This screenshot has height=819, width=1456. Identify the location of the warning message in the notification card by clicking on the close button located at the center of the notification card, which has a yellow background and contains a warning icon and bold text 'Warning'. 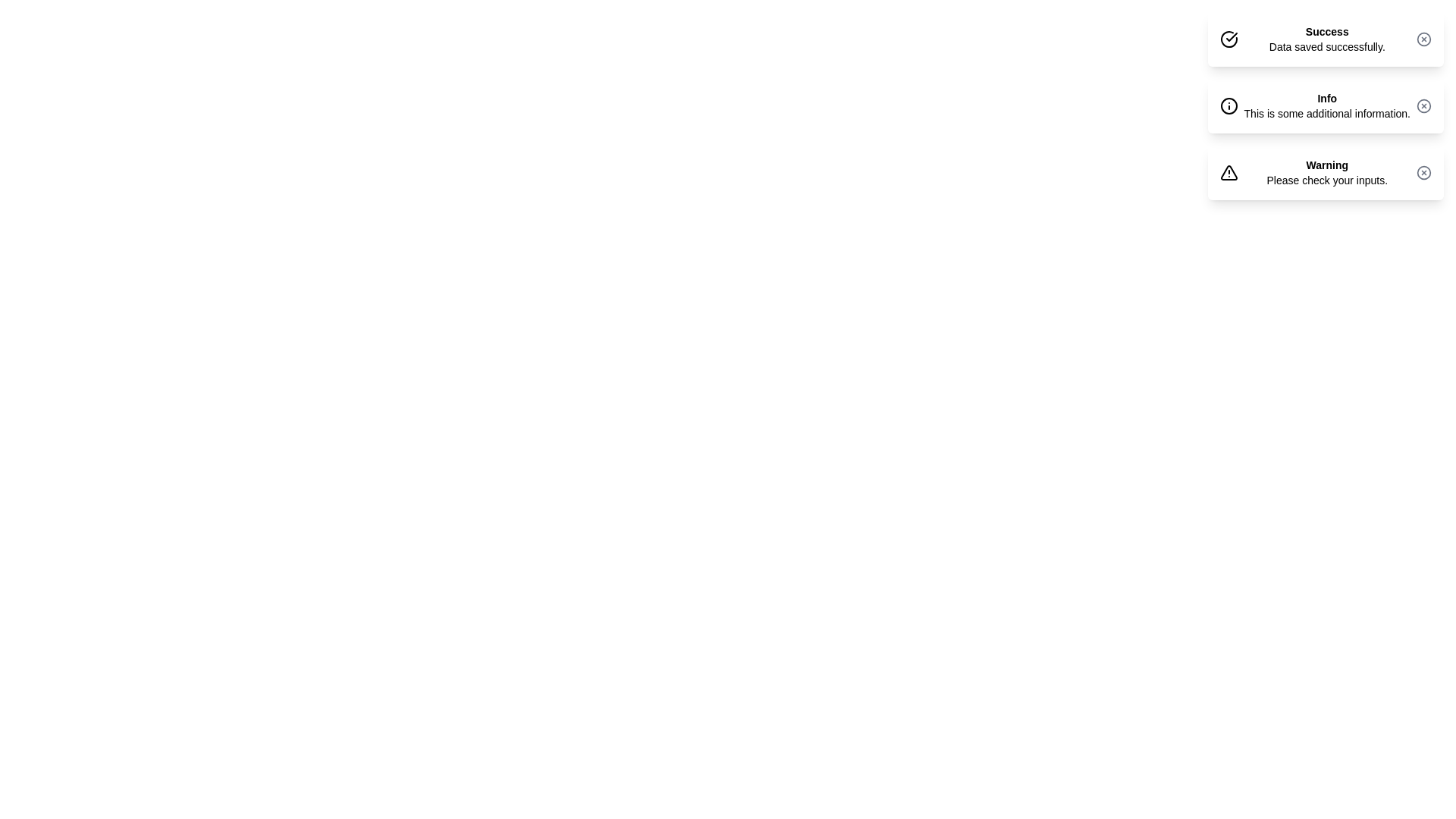
(1325, 171).